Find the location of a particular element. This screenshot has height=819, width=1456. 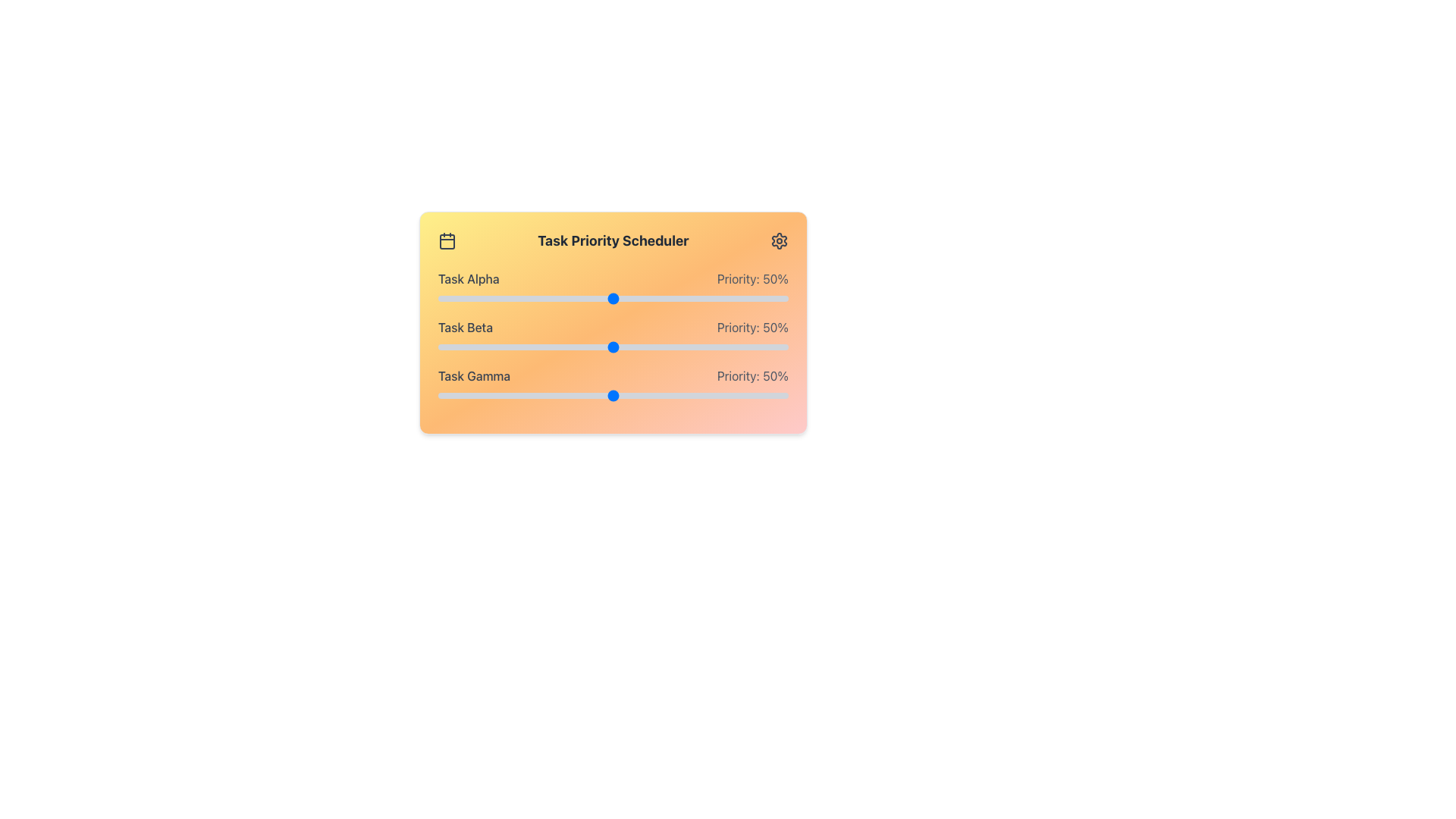

the "Task Beta" priority is located at coordinates (522, 347).